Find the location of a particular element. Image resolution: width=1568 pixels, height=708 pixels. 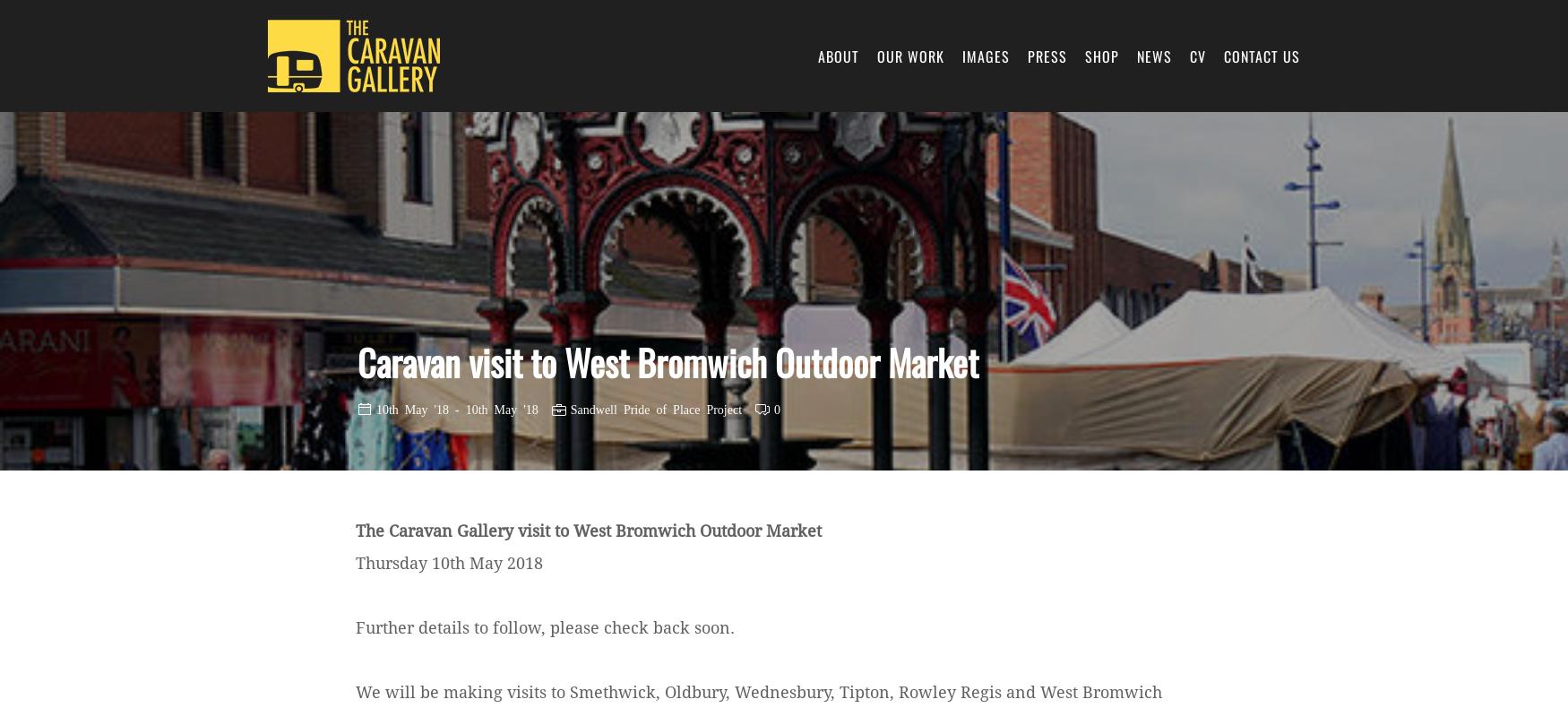

'Press' is located at coordinates (1026, 55).